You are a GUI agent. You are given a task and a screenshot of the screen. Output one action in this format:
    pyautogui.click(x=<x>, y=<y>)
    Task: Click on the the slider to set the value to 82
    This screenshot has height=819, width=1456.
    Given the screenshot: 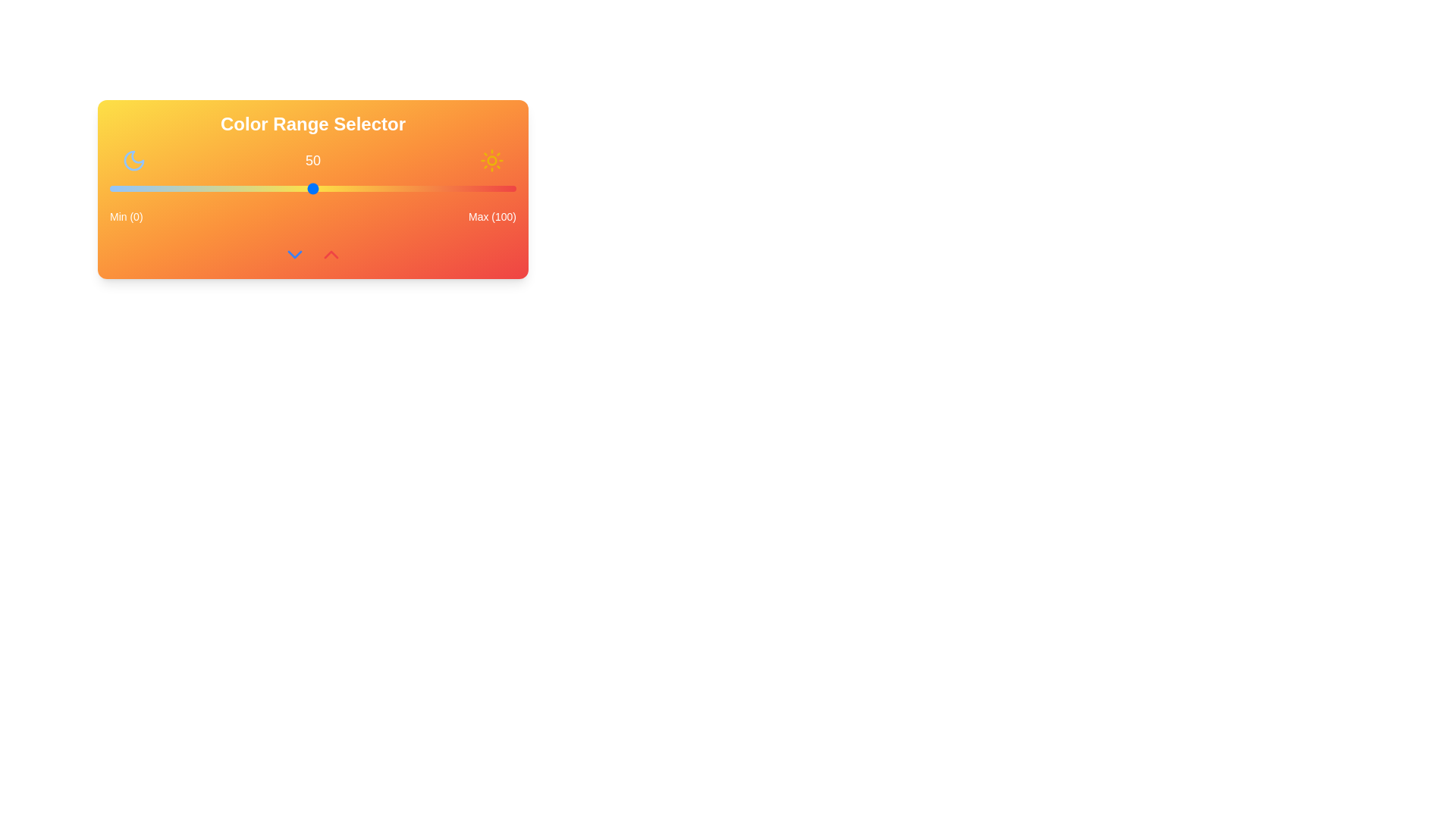 What is the action you would take?
    pyautogui.click(x=442, y=188)
    